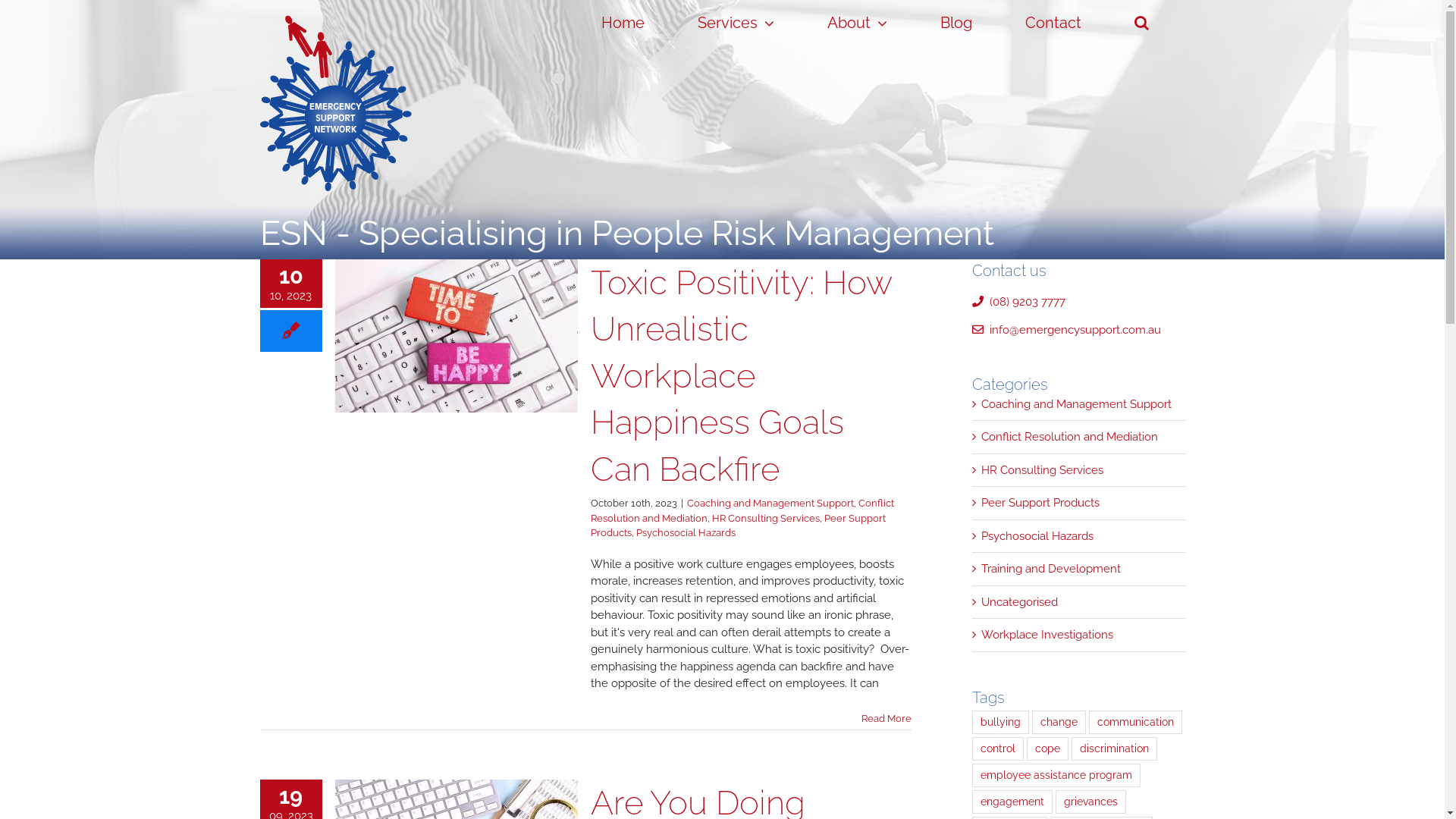 The image size is (1456, 819). What do you see at coordinates (1114, 748) in the screenshot?
I see `'discrimination'` at bounding box center [1114, 748].